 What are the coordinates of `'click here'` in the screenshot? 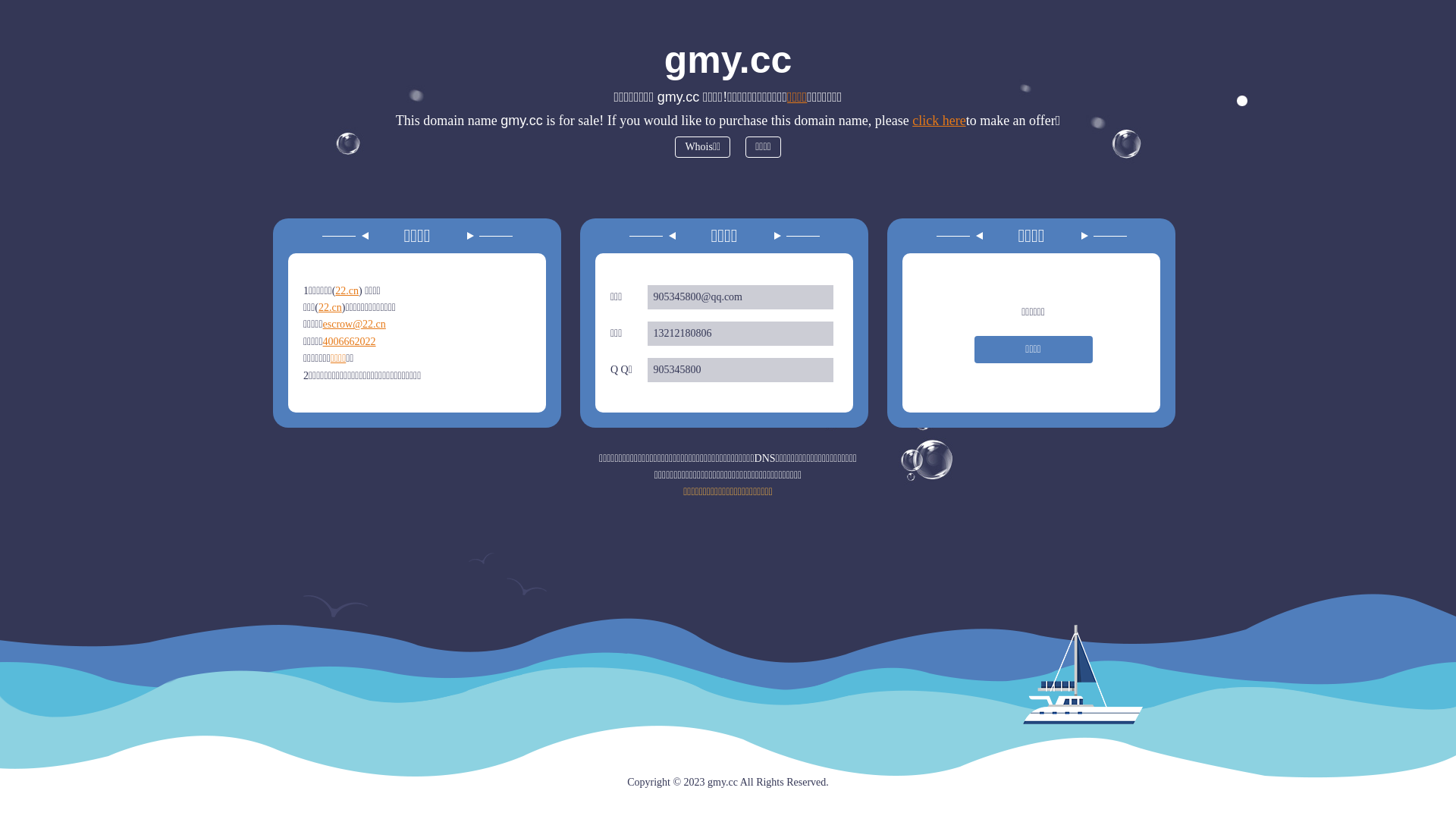 It's located at (938, 119).